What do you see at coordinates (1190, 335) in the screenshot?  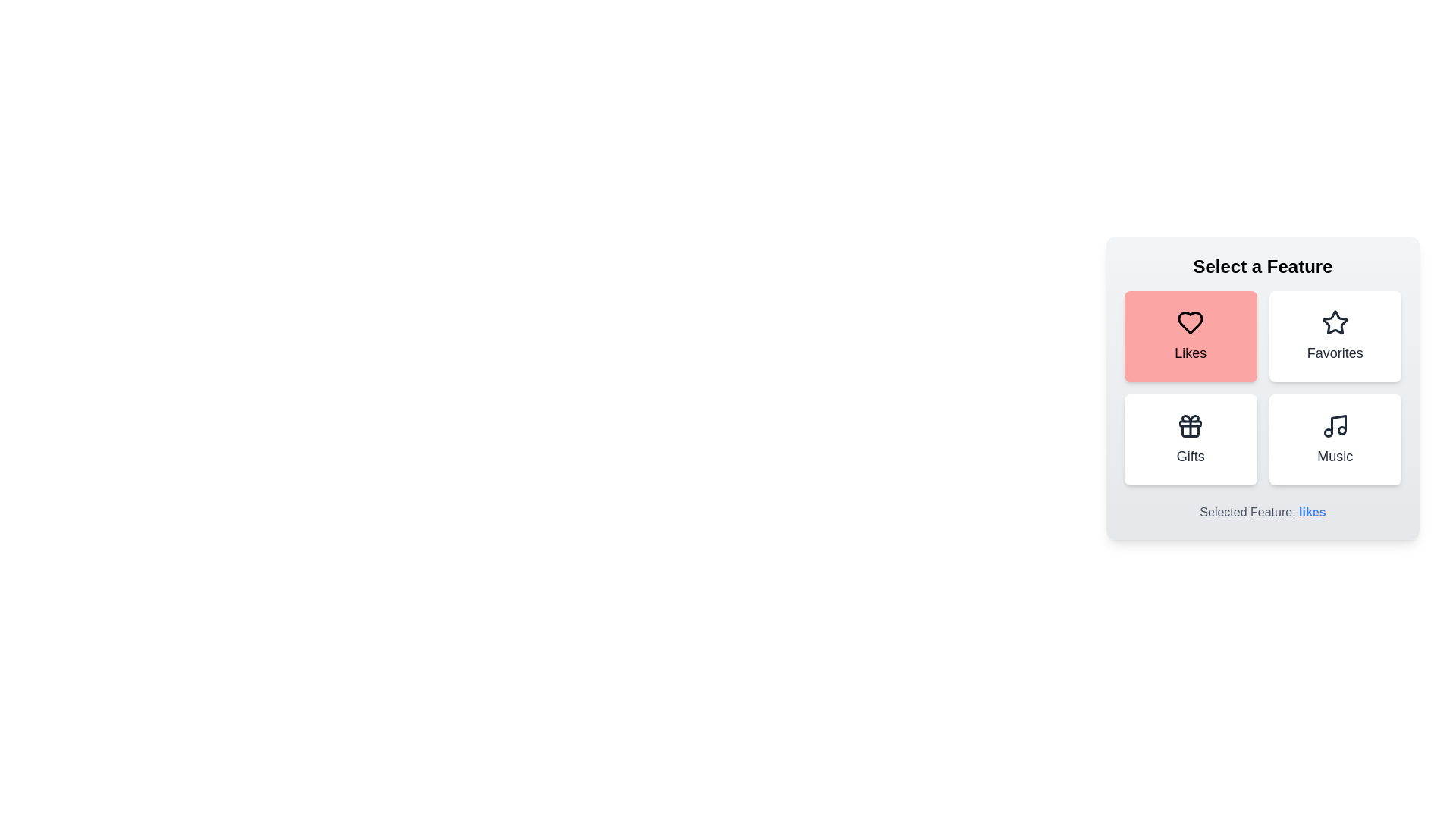 I see `the Likes button to select it` at bounding box center [1190, 335].